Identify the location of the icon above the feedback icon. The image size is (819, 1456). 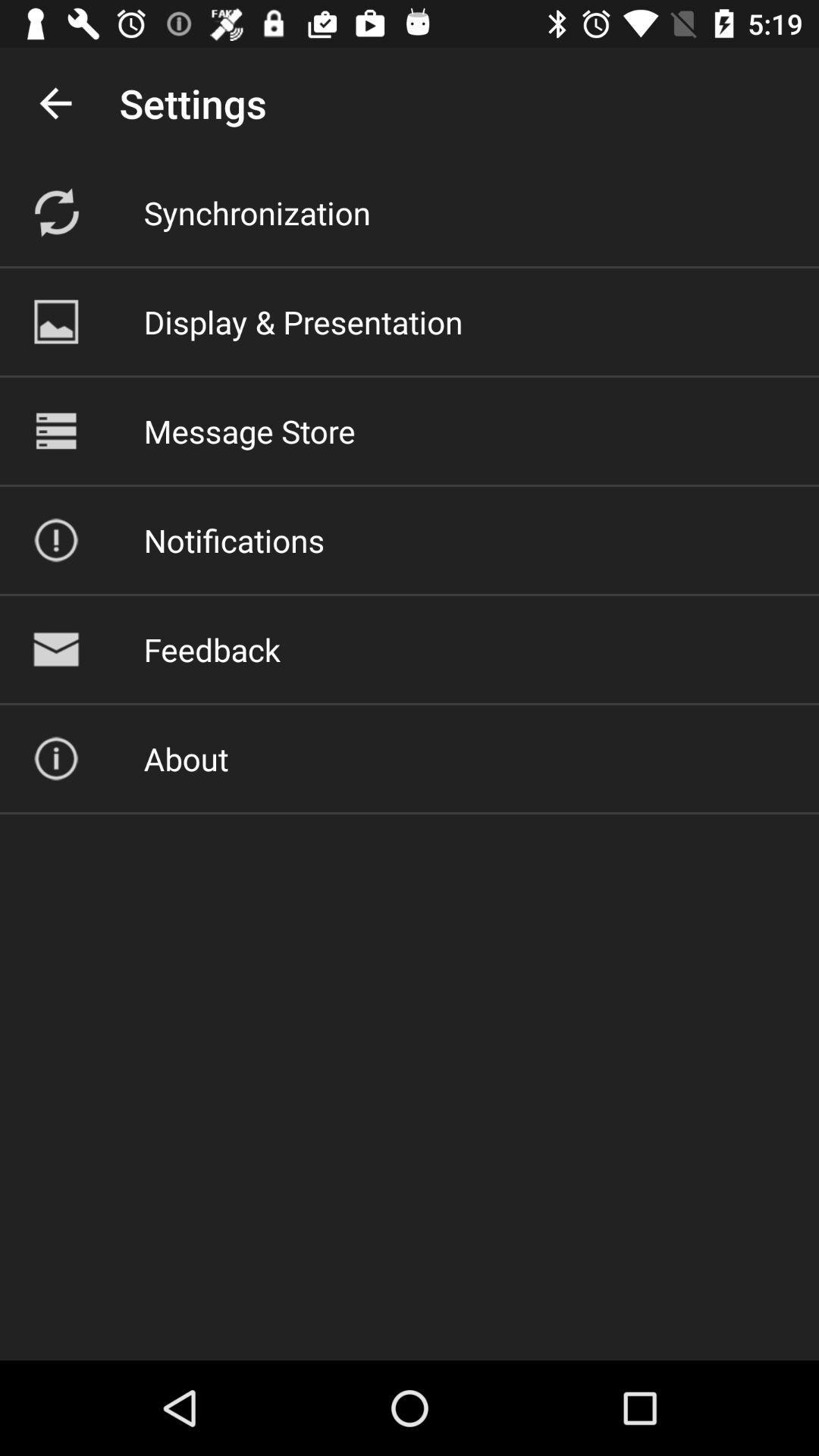
(234, 540).